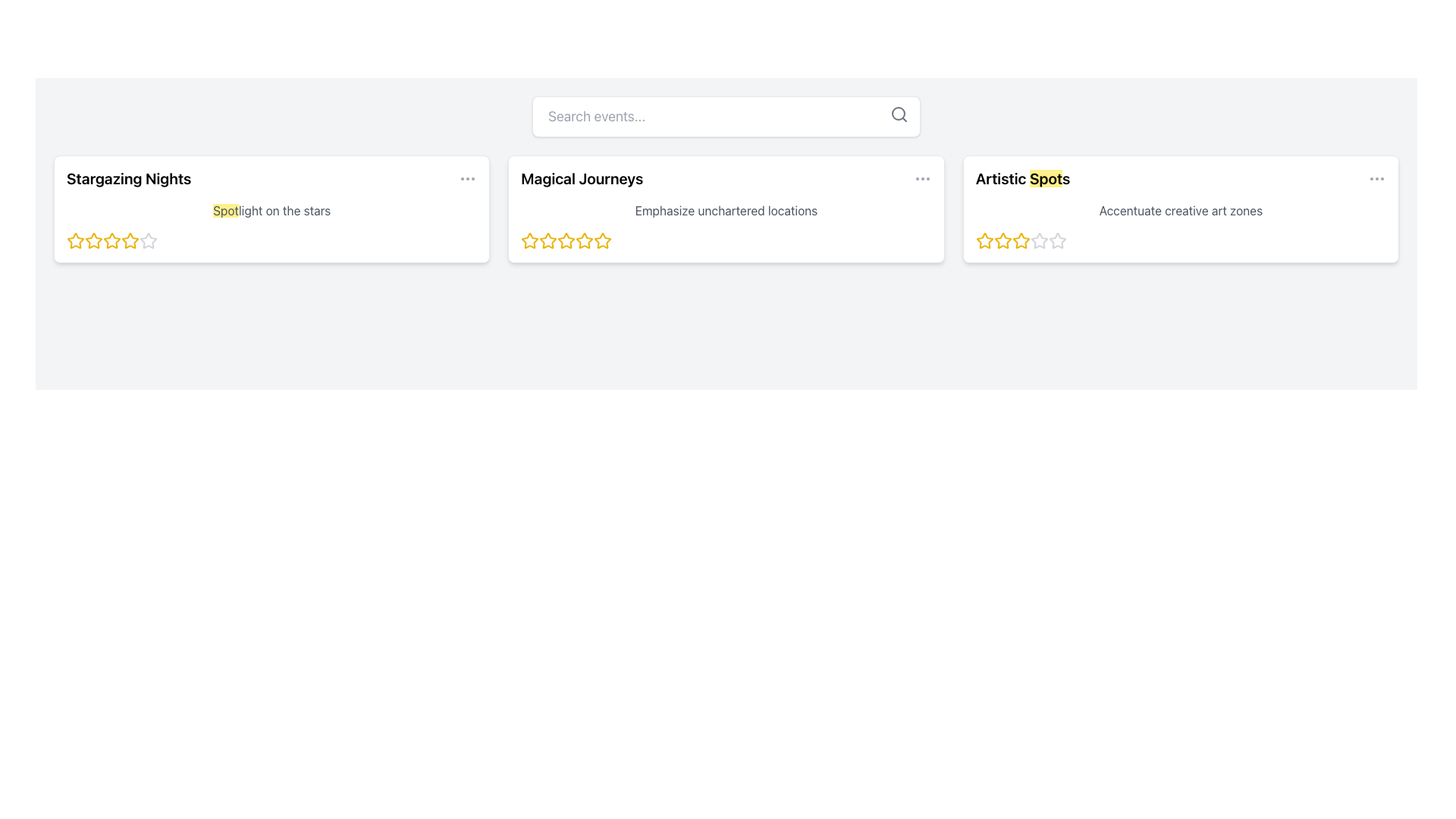 The image size is (1456, 819). I want to click on the circular lens of the magnifying glass icon, which is part of the search icon located in the top-right corner of the interface, so click(899, 113).